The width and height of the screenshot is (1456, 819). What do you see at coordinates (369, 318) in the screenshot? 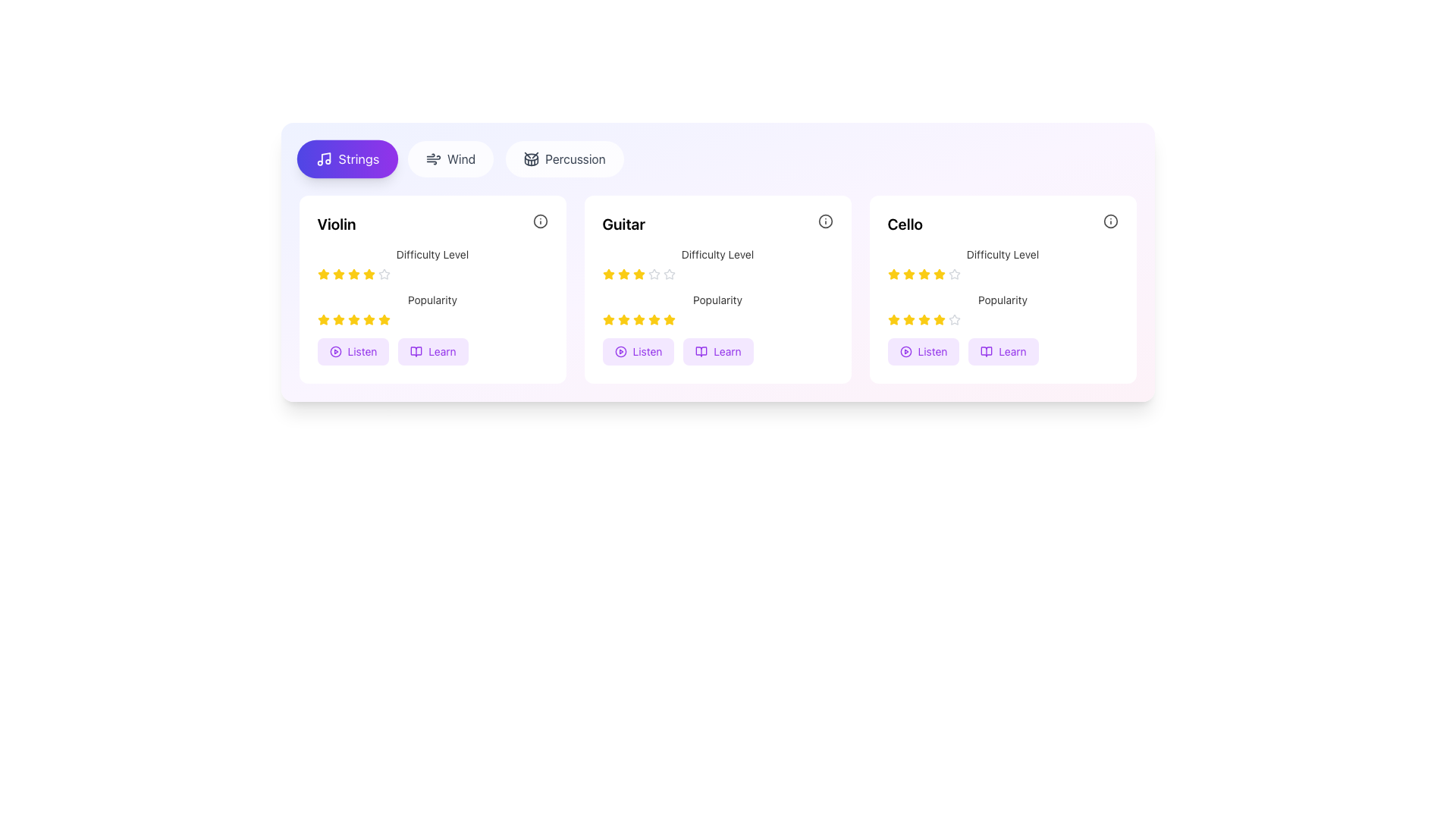
I see `the fifth yellow star-shaped icon in the popularity rating display of the card labeled 'Violin'` at bounding box center [369, 318].